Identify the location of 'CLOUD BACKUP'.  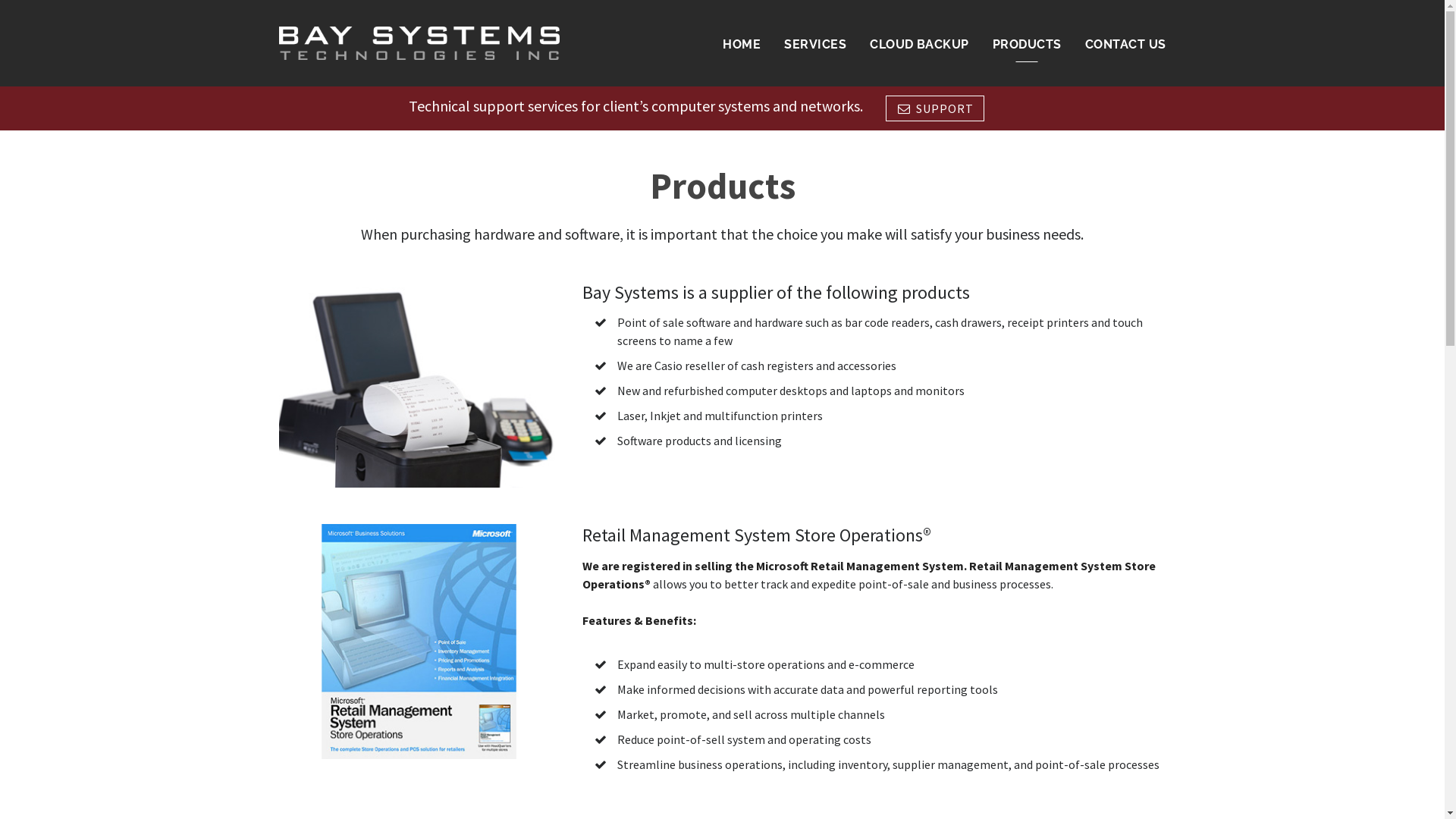
(918, 43).